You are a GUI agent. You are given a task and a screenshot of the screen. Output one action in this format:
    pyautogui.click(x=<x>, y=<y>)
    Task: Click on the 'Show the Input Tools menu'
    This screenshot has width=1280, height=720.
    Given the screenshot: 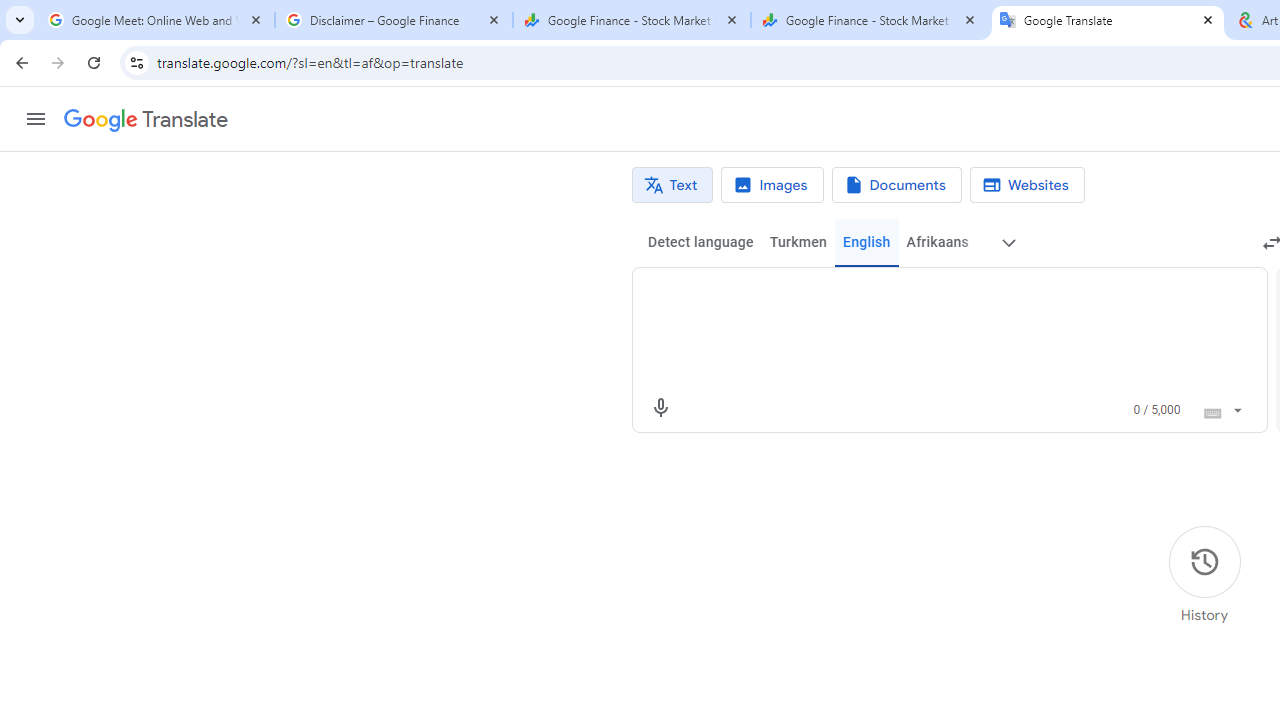 What is the action you would take?
    pyautogui.click(x=1236, y=406)
    